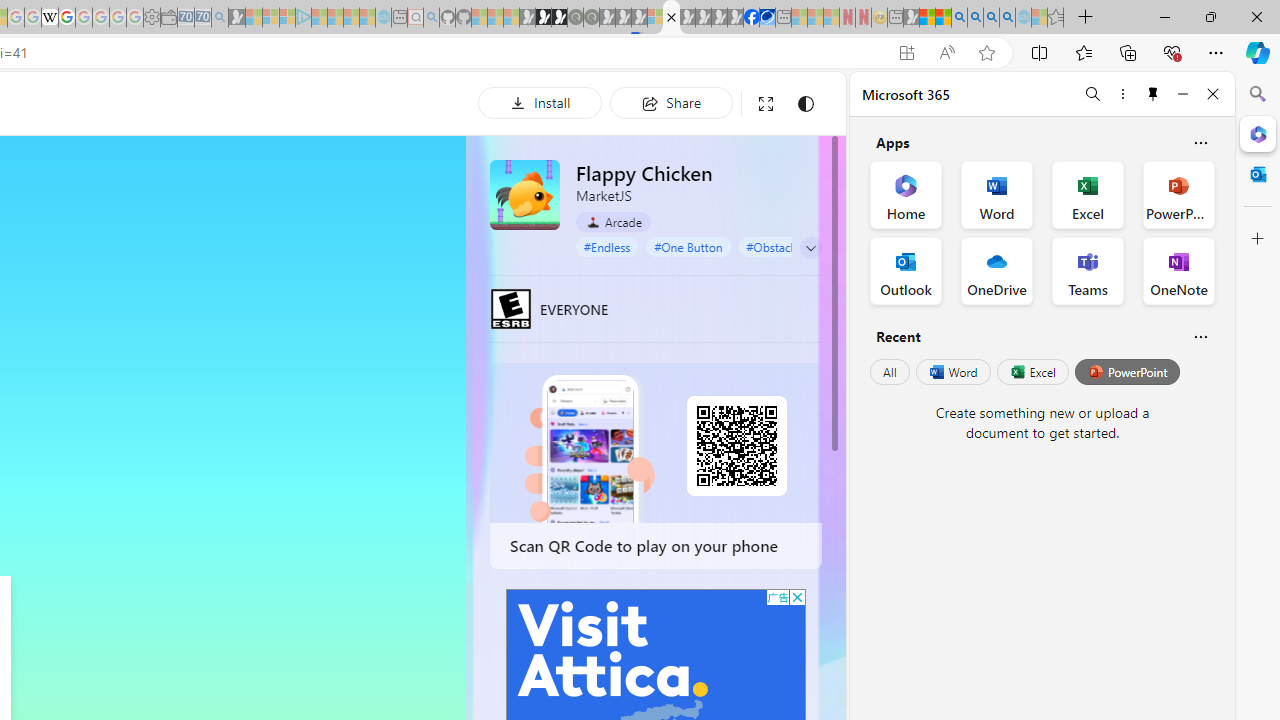  I want to click on 'Unpin side pane', so click(1153, 93).